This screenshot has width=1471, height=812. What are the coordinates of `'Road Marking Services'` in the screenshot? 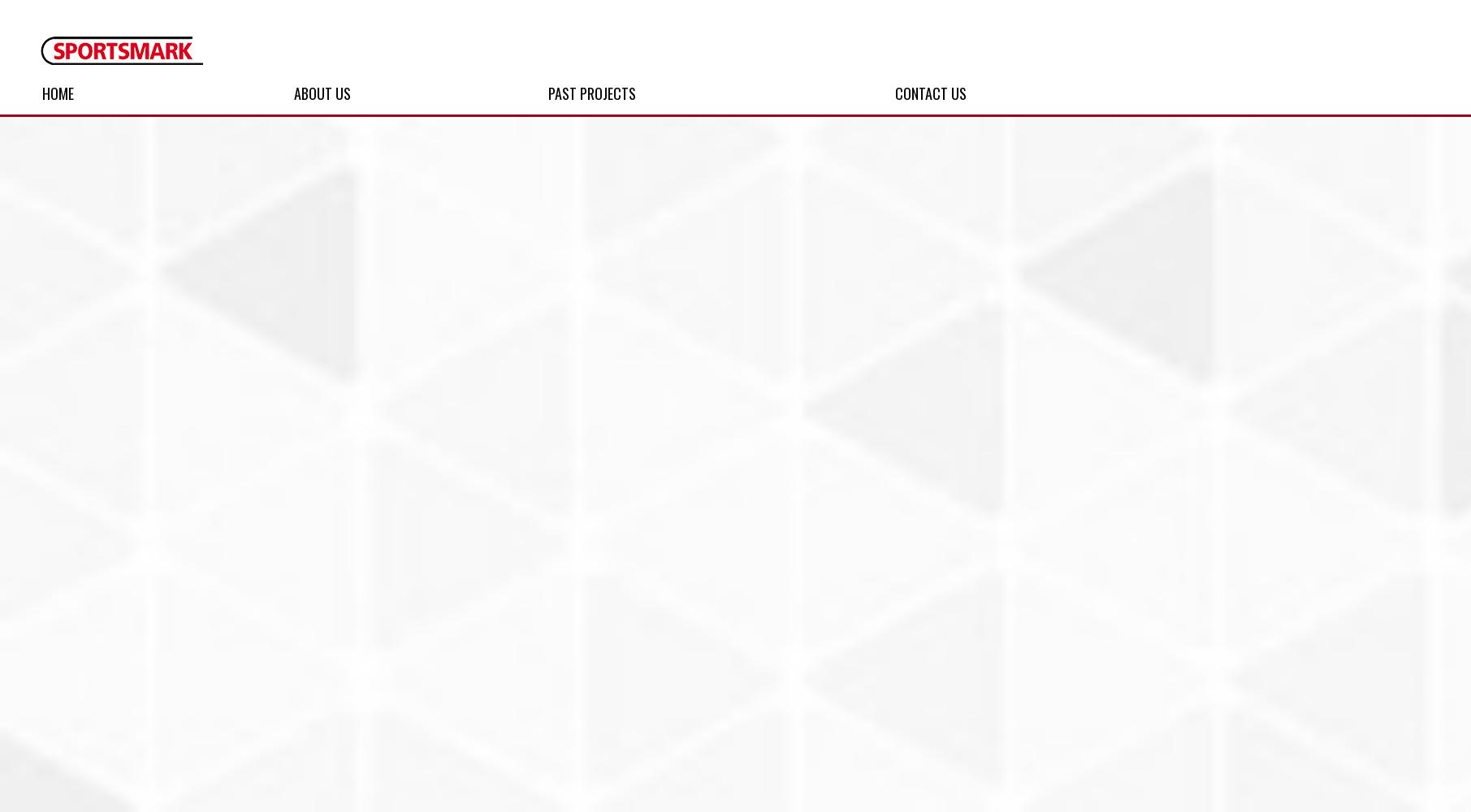 It's located at (661, 191).